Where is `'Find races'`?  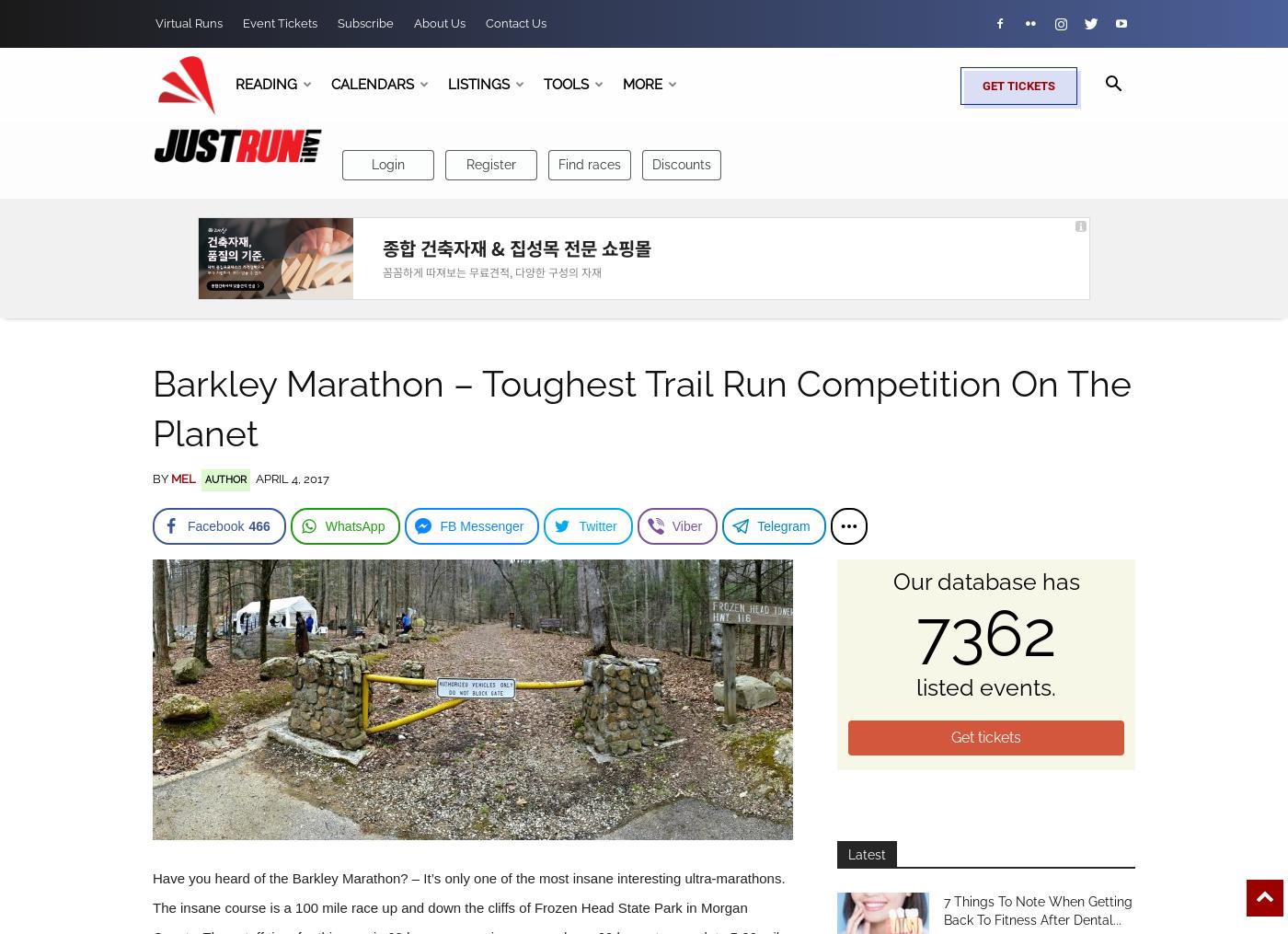
'Find races' is located at coordinates (590, 164).